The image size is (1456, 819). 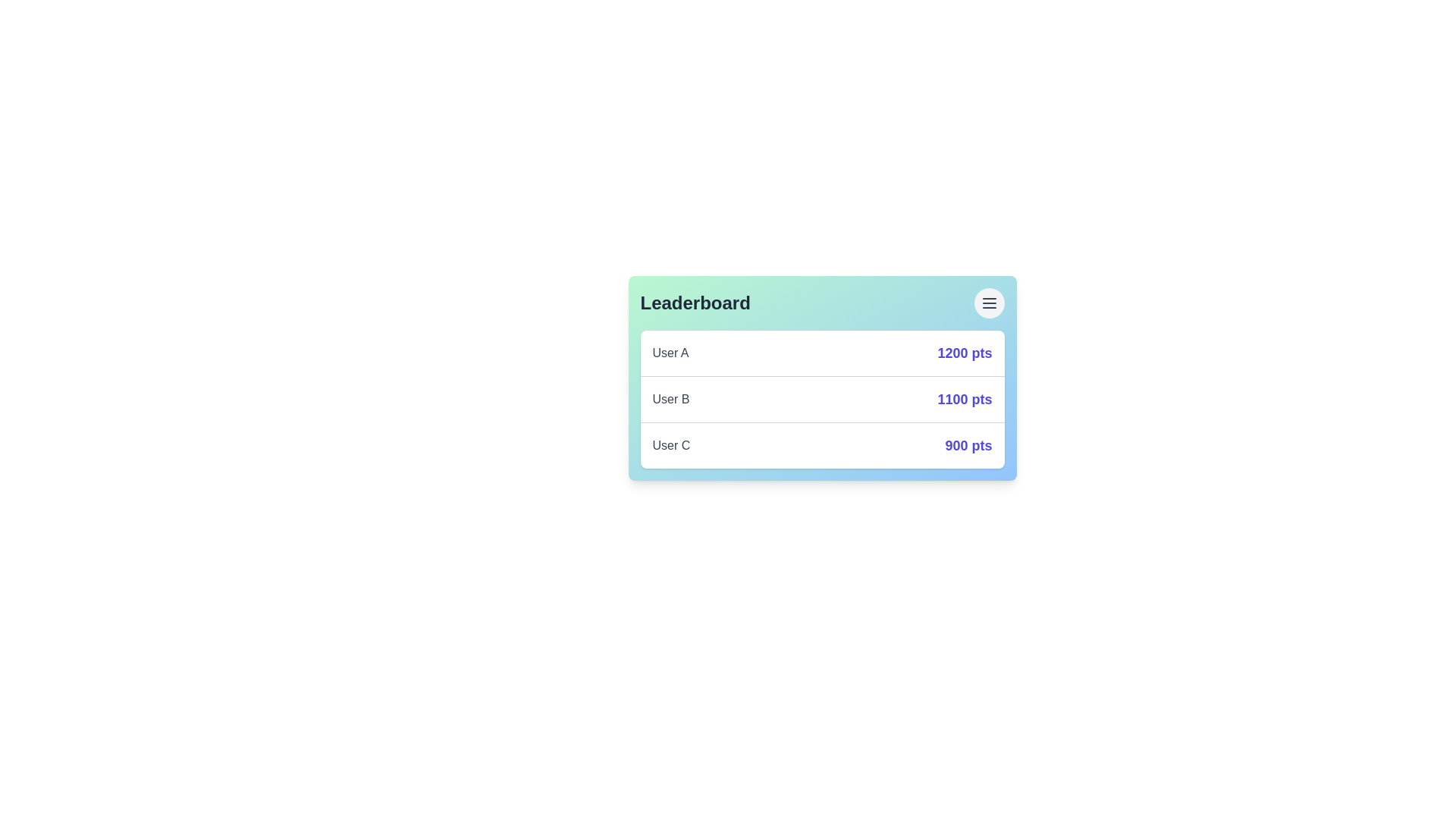 I want to click on the leaderboard entry of User B, so click(x=821, y=398).